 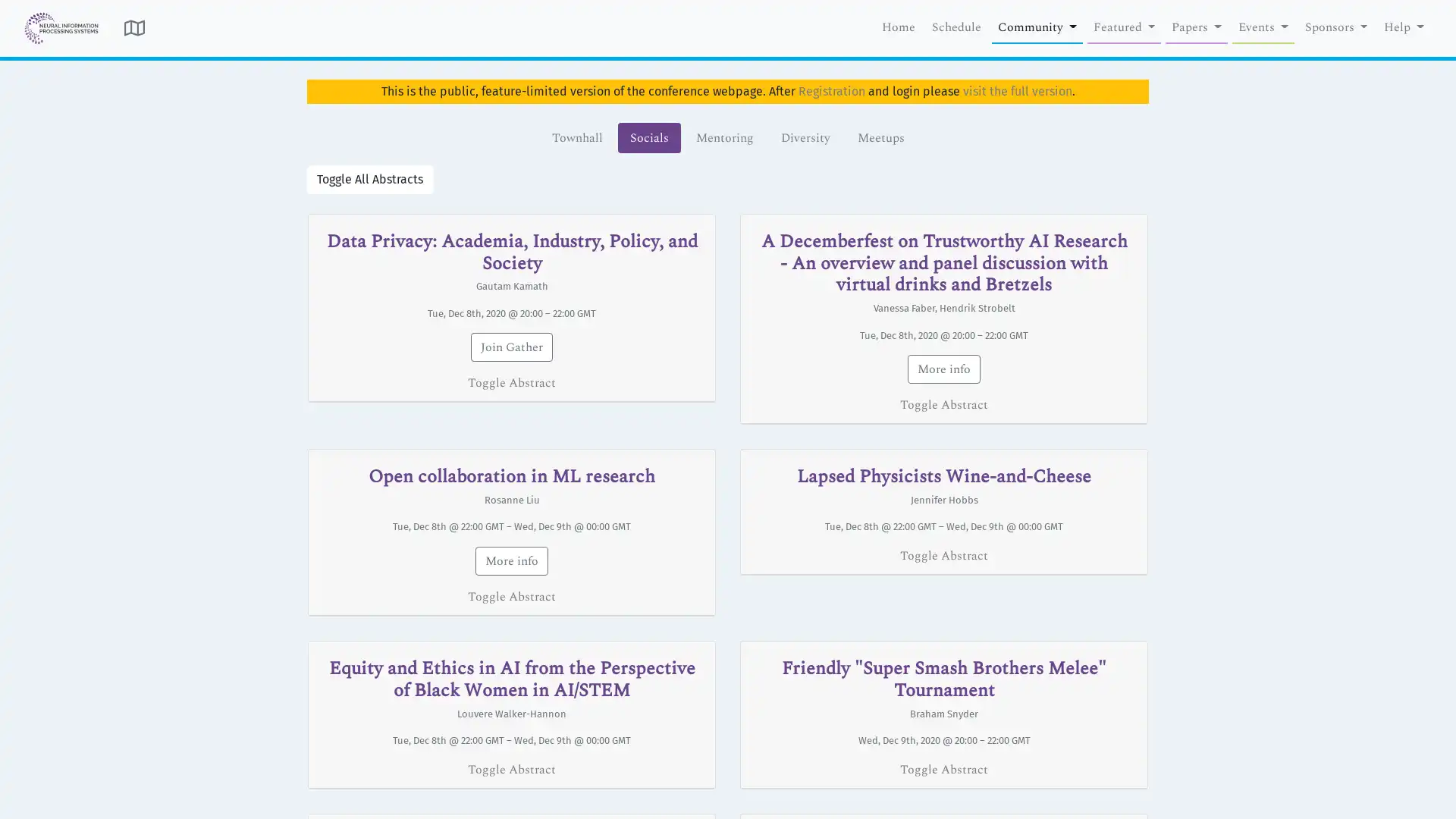 I want to click on More info, so click(x=943, y=369).